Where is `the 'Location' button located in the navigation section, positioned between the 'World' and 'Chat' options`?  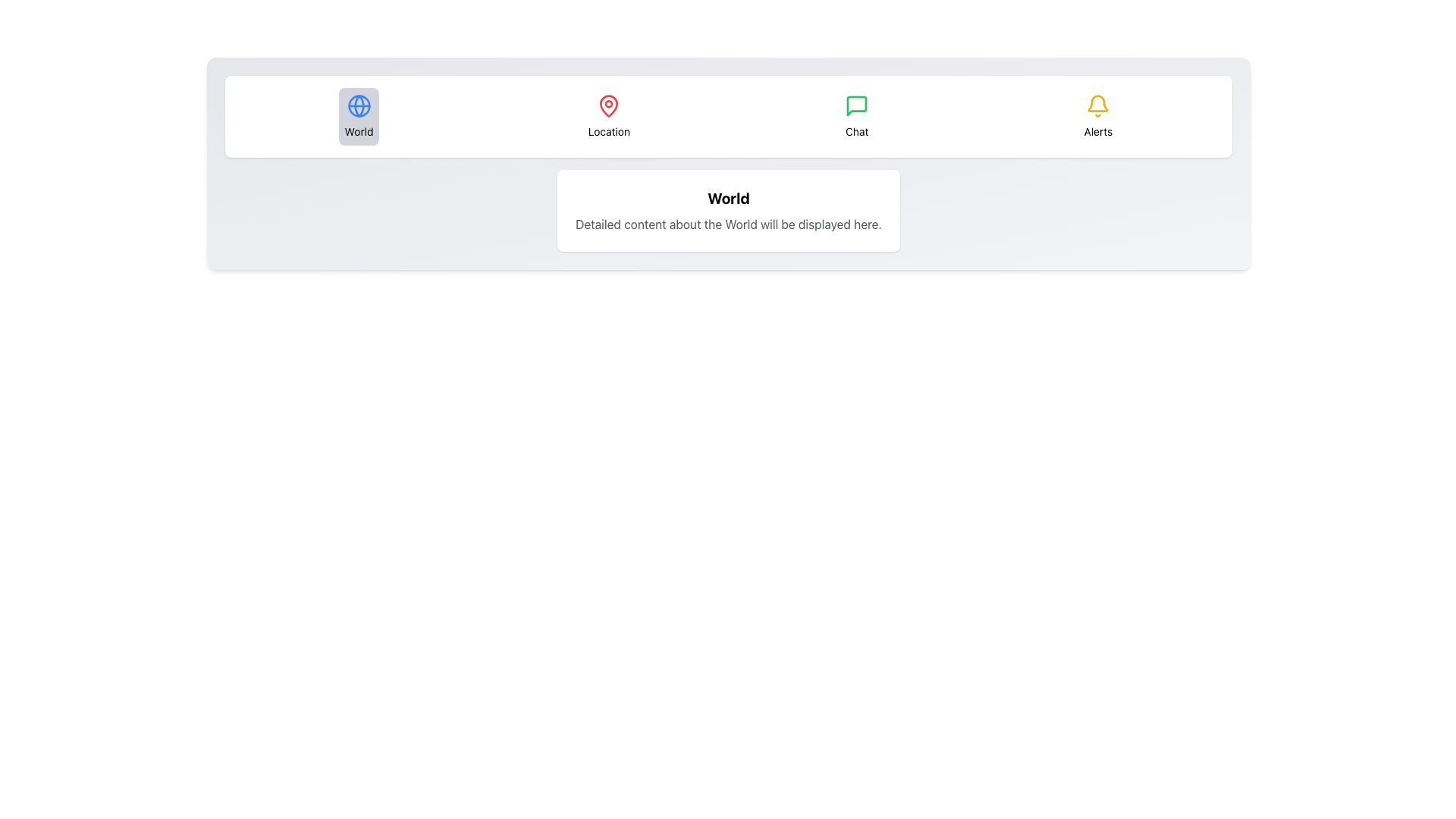
the 'Location' button located in the navigation section, positioned between the 'World' and 'Chat' options is located at coordinates (608, 116).